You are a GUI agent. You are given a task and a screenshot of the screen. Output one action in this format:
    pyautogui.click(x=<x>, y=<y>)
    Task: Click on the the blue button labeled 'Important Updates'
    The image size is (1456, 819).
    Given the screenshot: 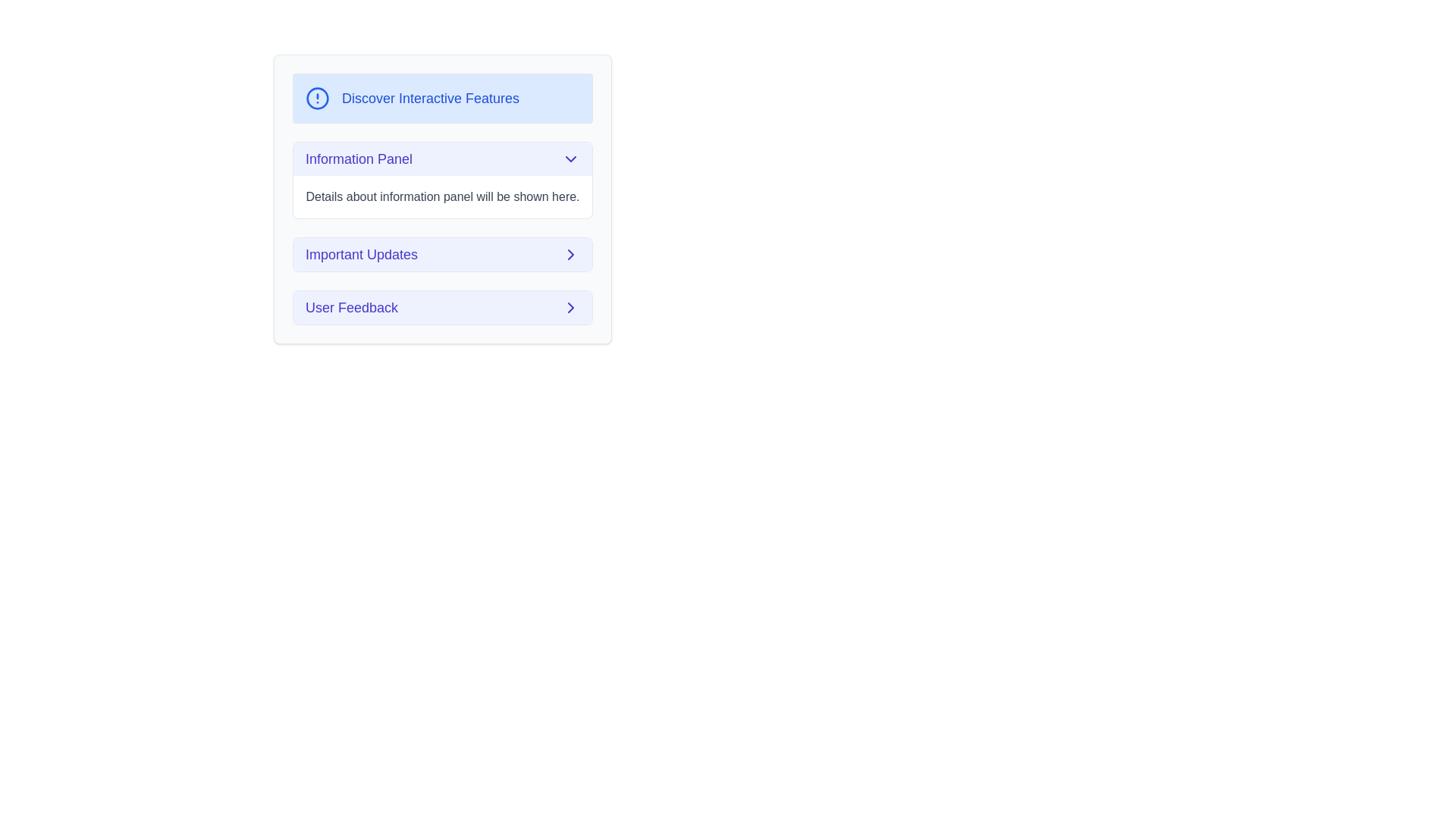 What is the action you would take?
    pyautogui.click(x=442, y=253)
    